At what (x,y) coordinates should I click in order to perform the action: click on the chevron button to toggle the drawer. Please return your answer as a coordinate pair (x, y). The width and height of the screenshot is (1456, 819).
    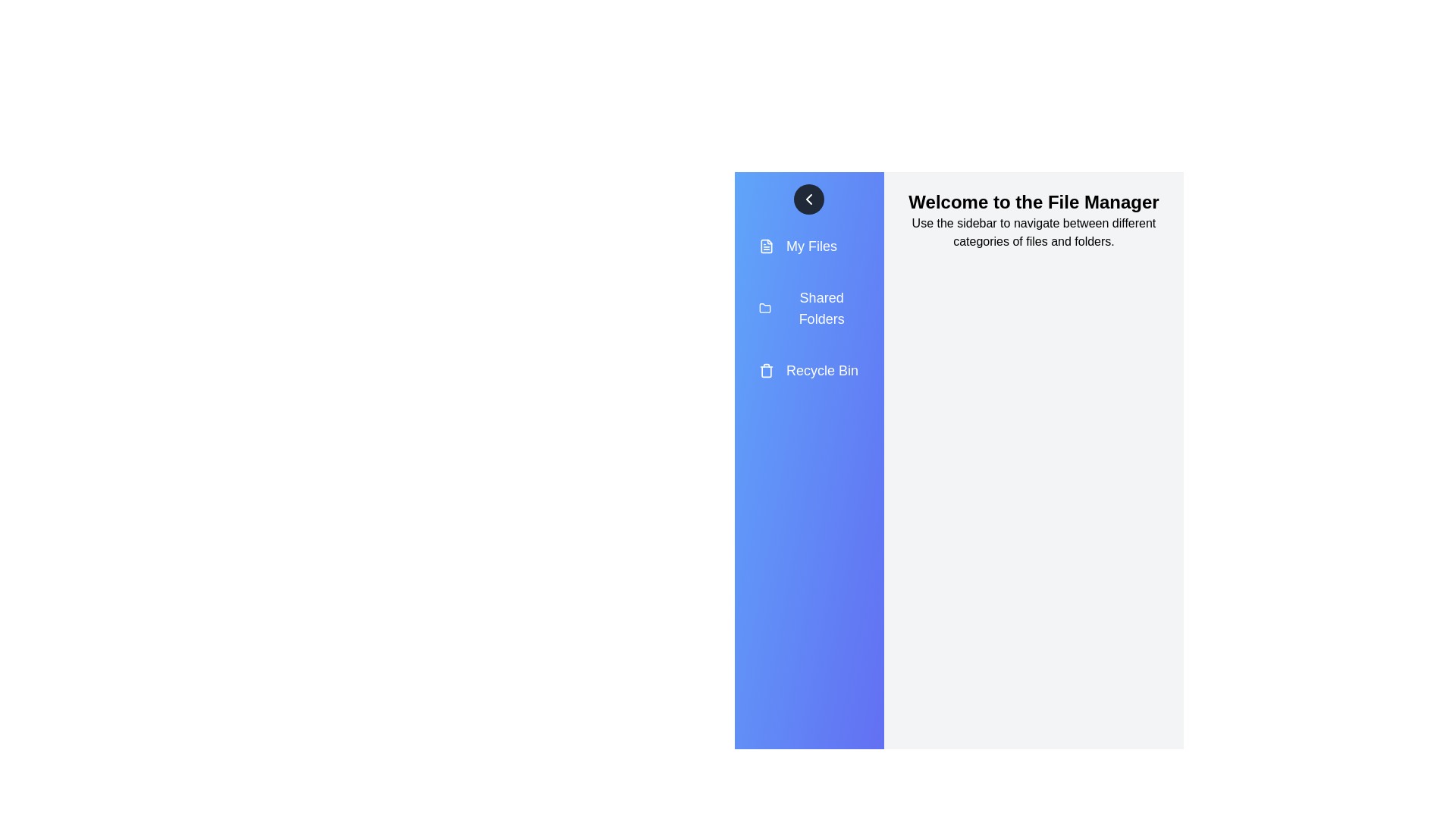
    Looking at the image, I should click on (808, 198).